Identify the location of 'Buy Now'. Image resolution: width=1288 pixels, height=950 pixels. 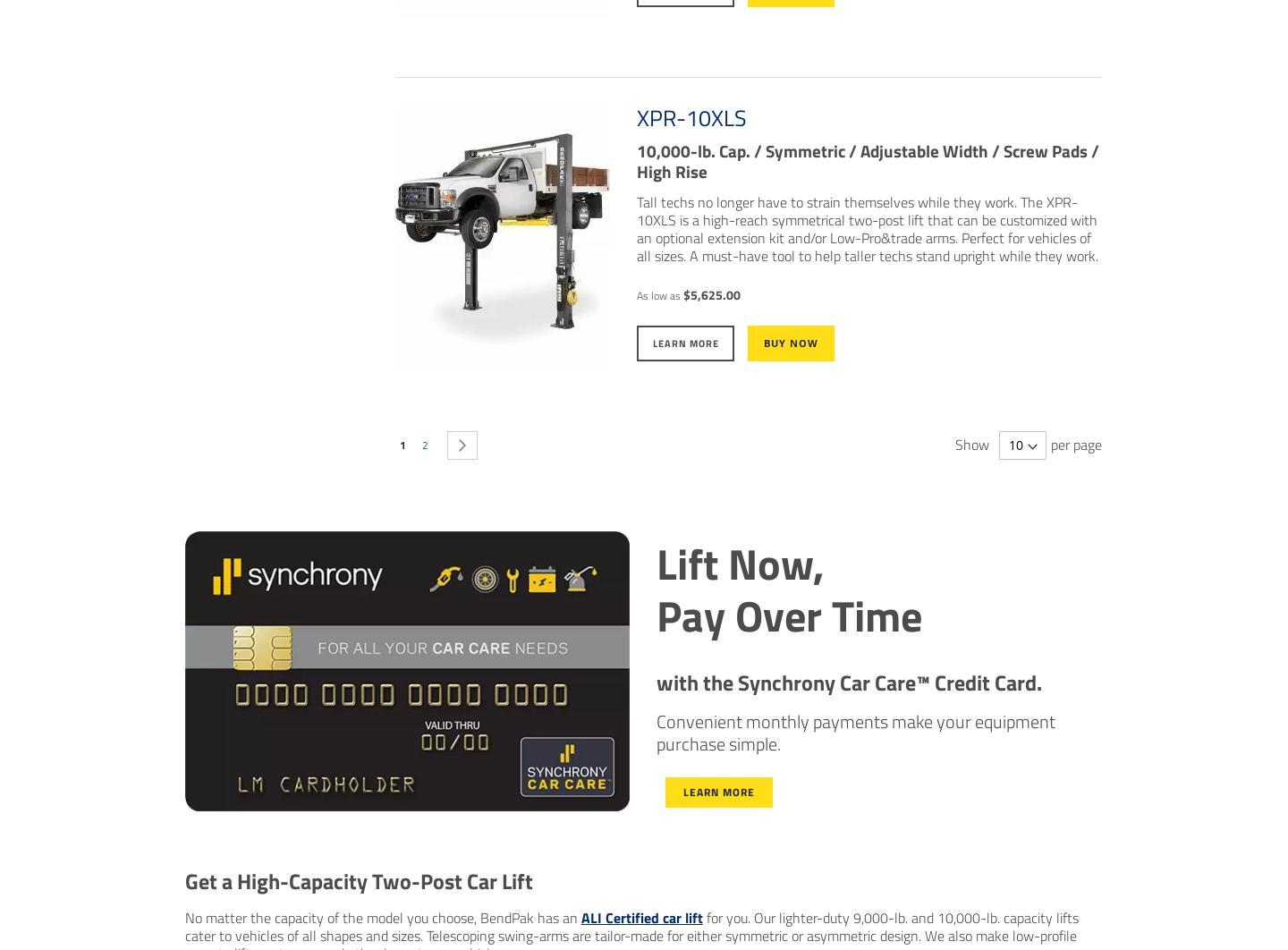
(790, 341).